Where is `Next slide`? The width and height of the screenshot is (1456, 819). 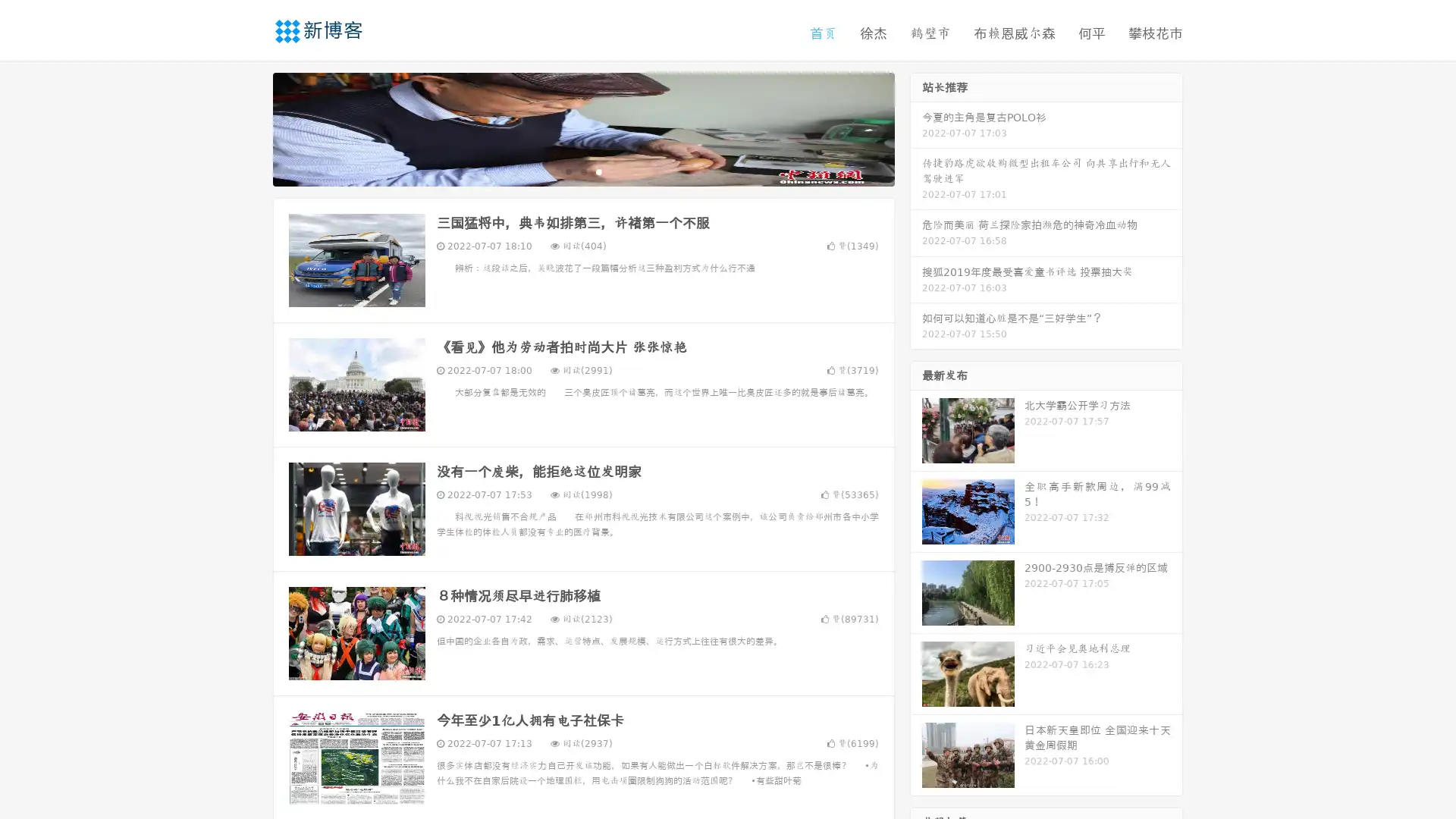
Next slide is located at coordinates (916, 127).